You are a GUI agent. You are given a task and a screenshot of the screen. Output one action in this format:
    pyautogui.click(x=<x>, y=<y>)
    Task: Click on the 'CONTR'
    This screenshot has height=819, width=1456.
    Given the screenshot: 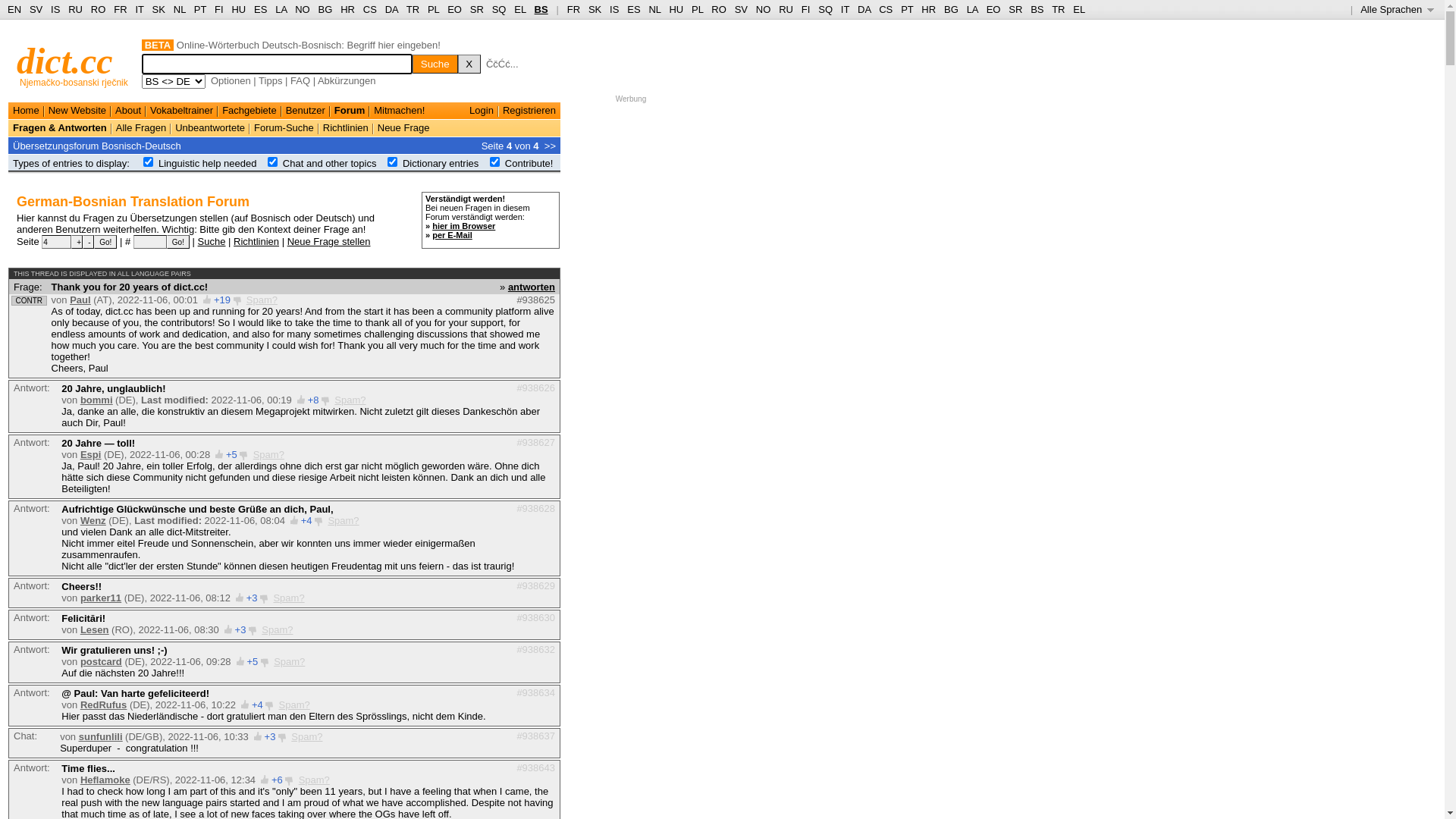 What is the action you would take?
    pyautogui.click(x=29, y=300)
    